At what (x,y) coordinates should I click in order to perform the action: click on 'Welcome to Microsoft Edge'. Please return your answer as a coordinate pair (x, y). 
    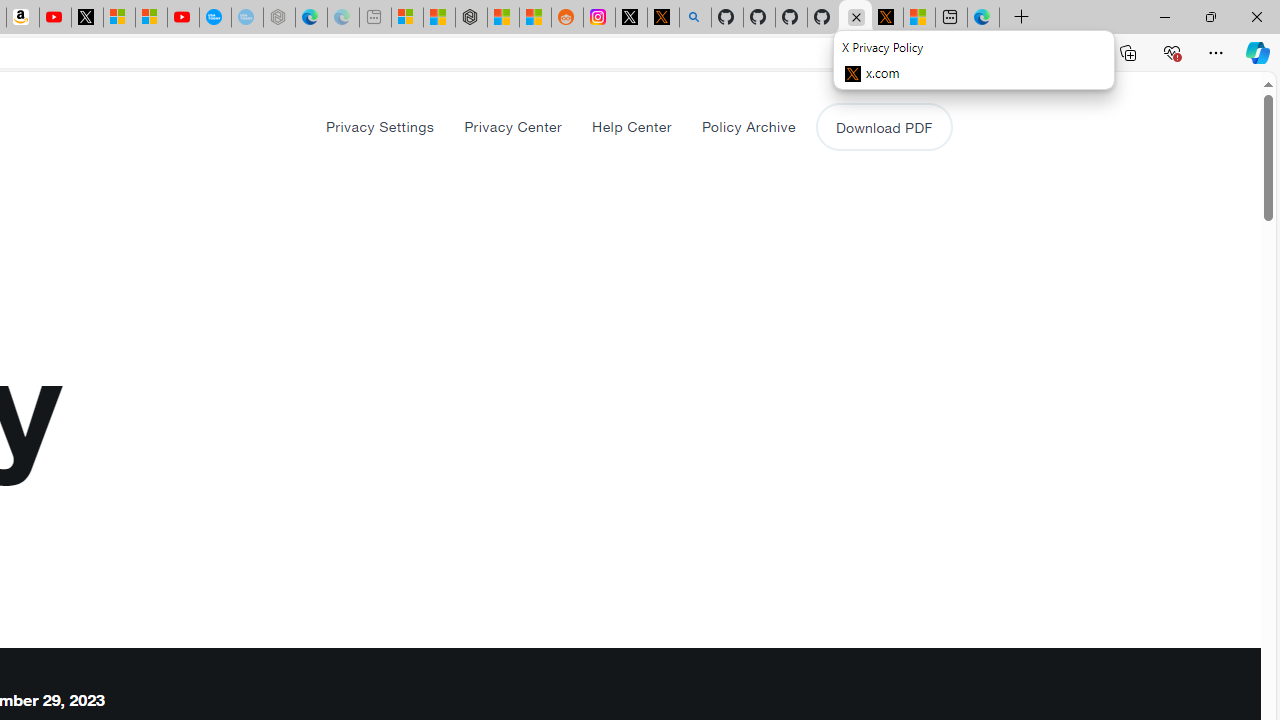
    Looking at the image, I should click on (983, 17).